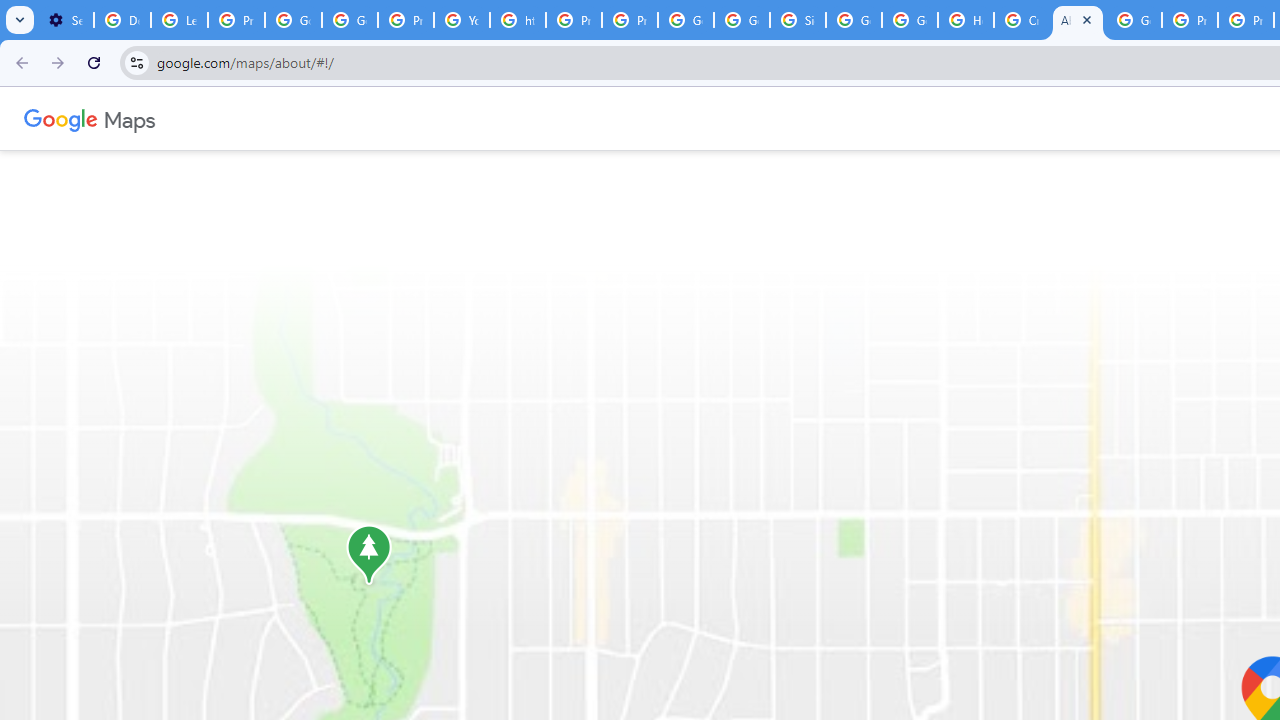  Describe the element at coordinates (797, 20) in the screenshot. I see `'Sign in - Google Accounts'` at that location.